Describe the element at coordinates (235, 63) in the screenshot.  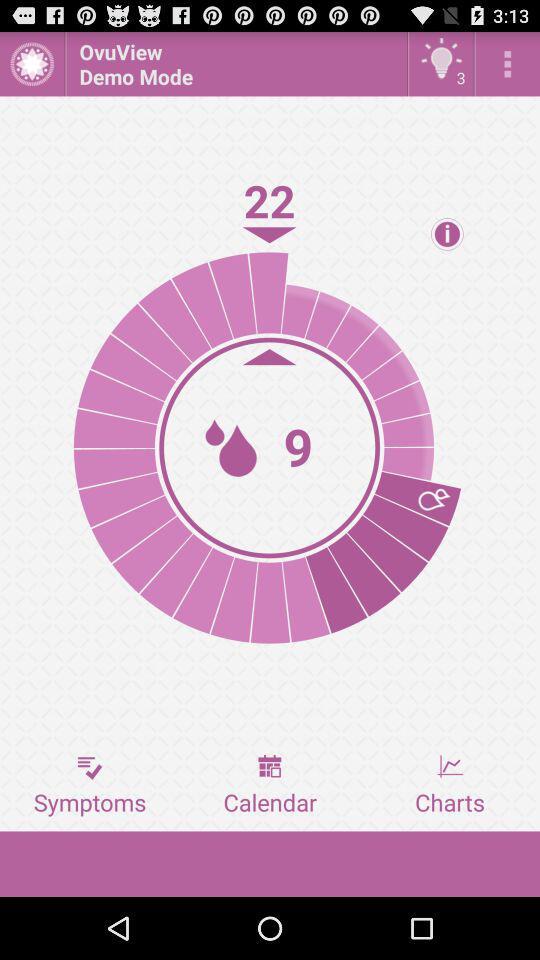
I see `icon at the top` at that location.